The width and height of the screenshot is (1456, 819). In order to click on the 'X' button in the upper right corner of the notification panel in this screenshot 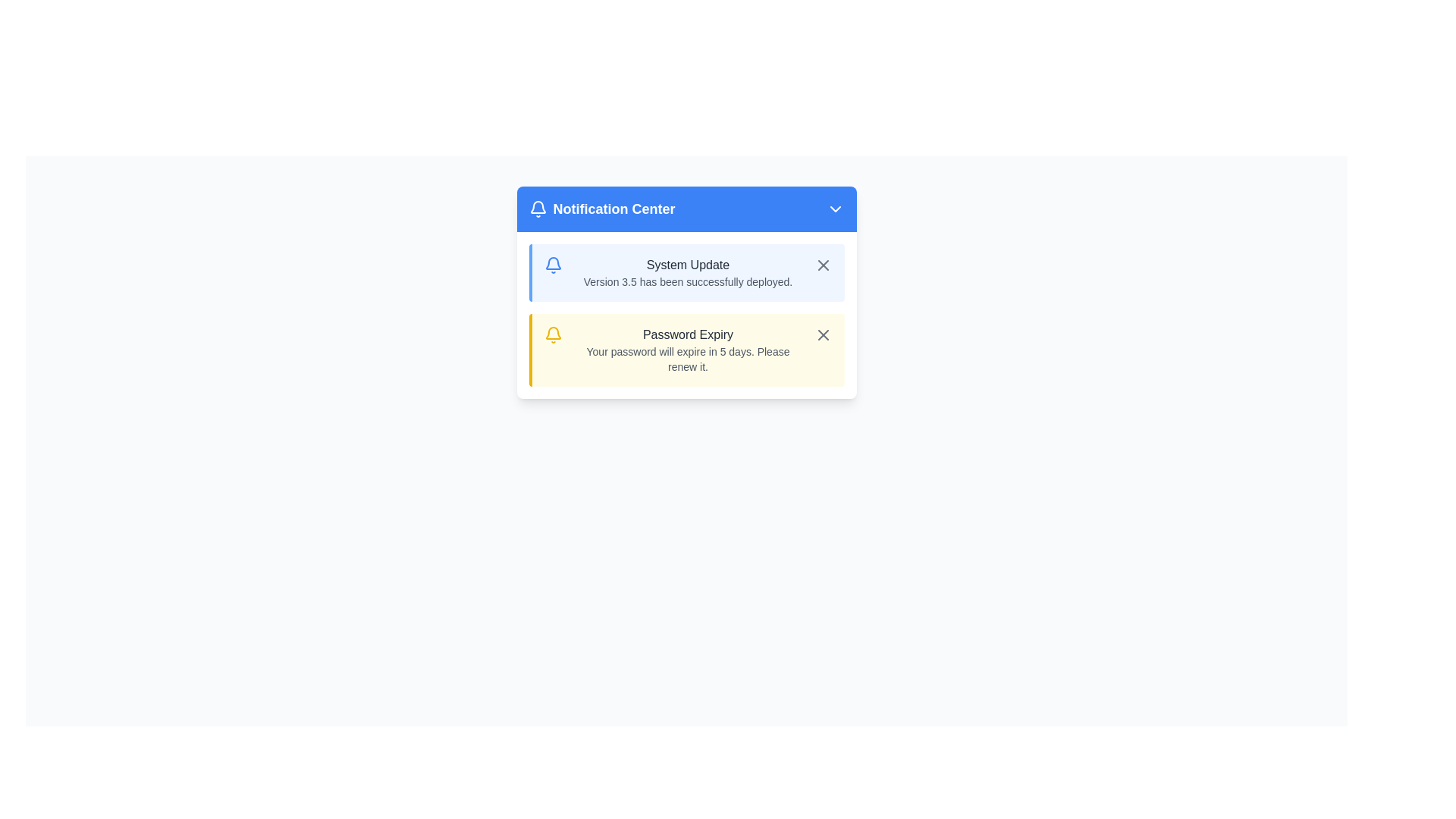, I will do `click(822, 265)`.